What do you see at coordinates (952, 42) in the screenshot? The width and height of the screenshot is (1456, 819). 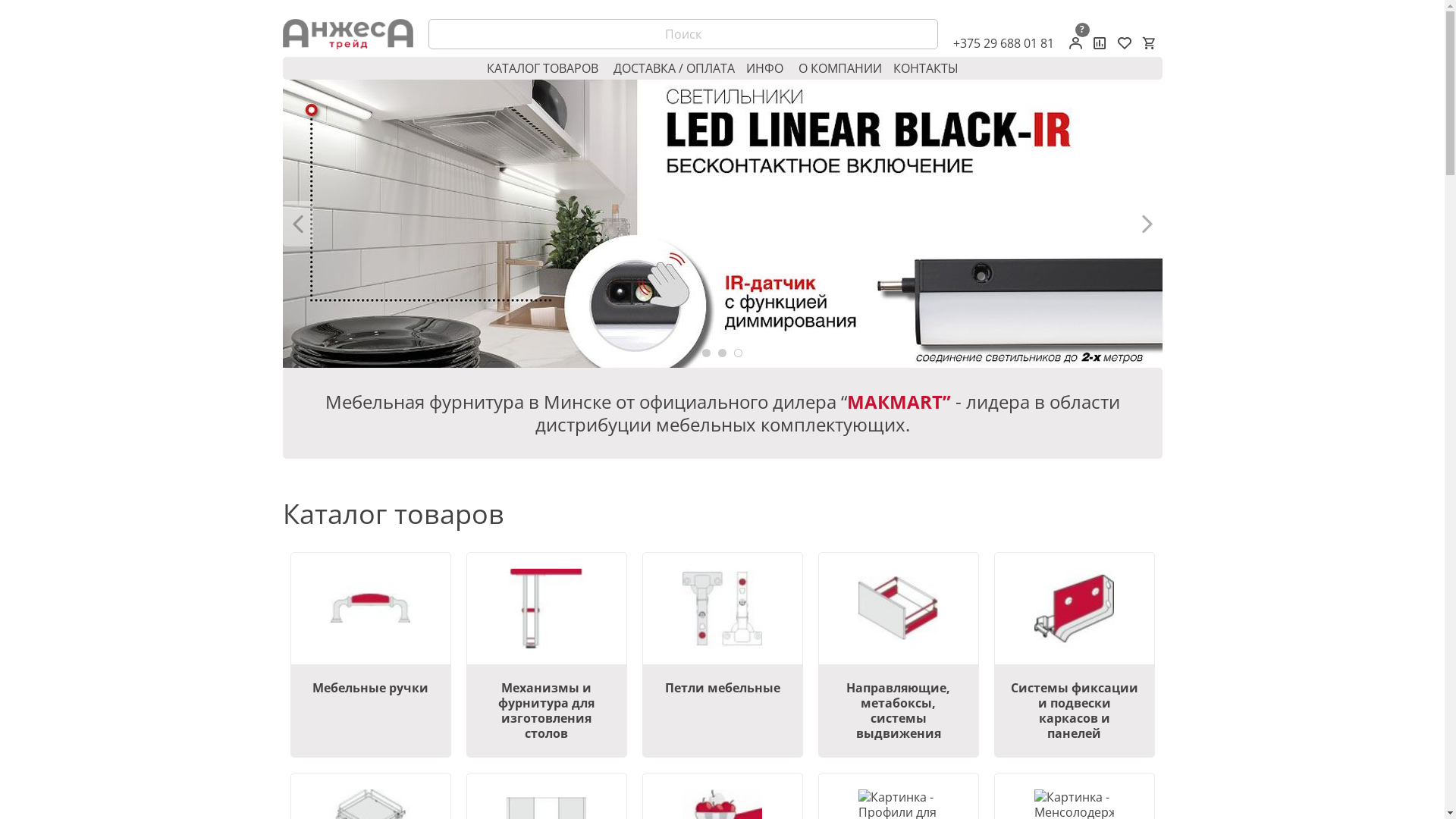 I see `'+375 29 688 01 81'` at bounding box center [952, 42].